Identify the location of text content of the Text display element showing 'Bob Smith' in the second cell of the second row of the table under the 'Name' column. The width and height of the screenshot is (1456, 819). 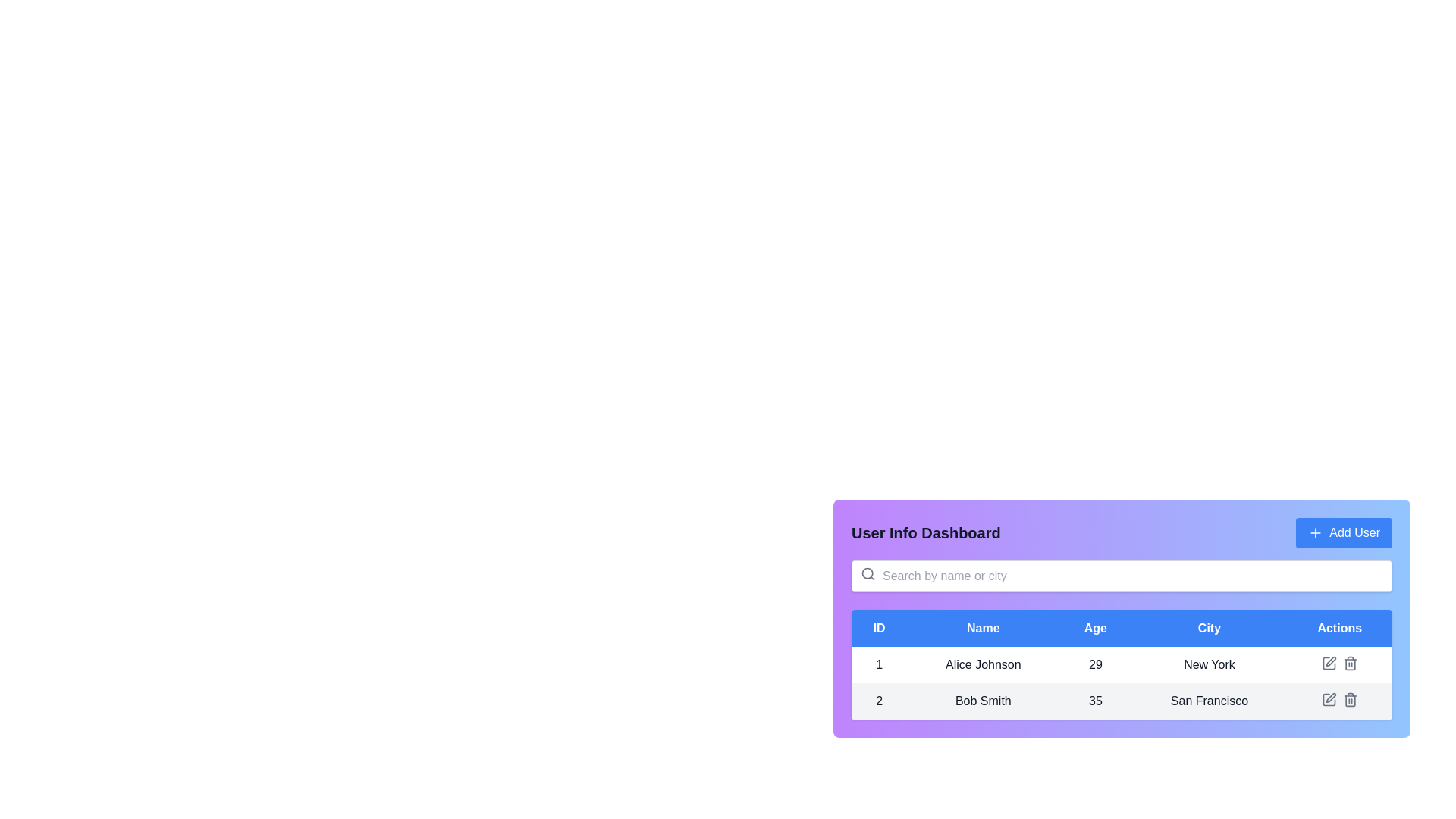
(983, 701).